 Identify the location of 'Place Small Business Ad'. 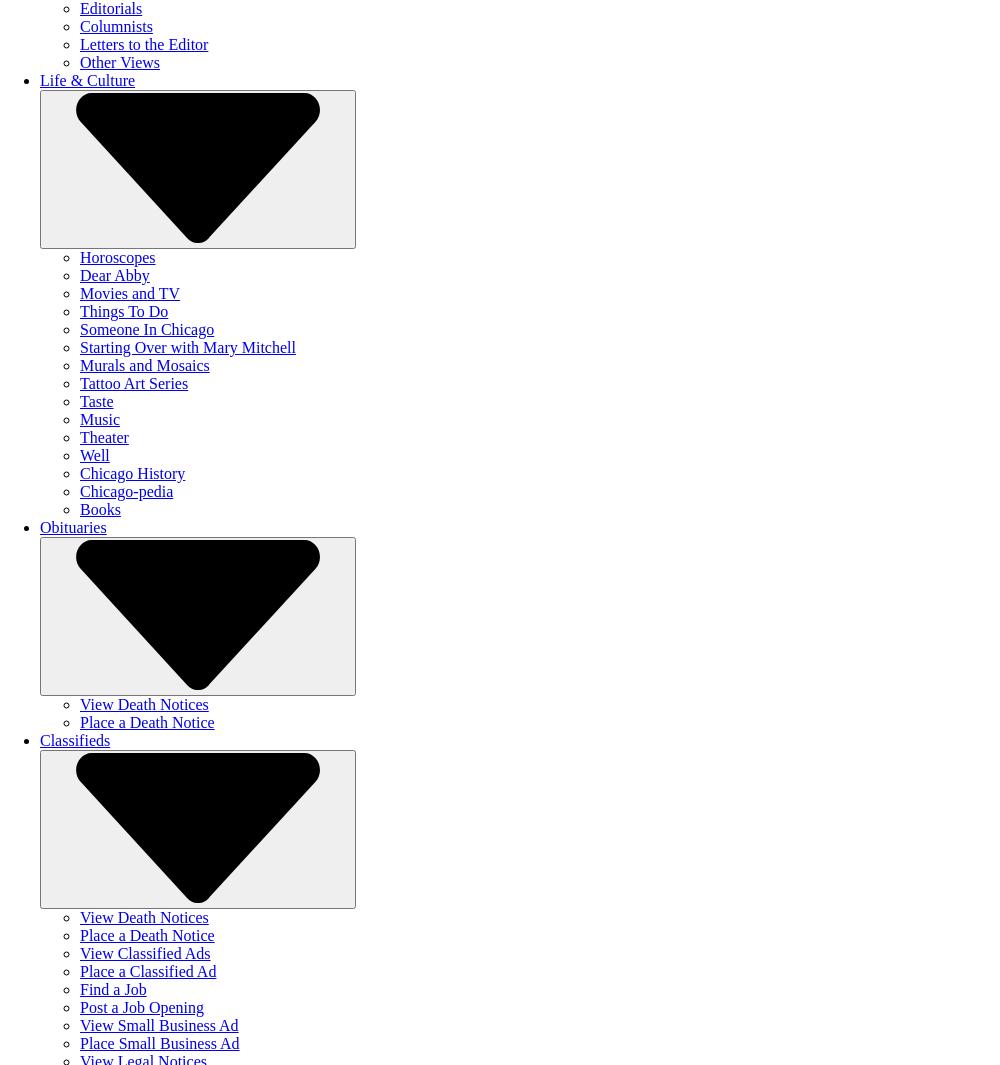
(79, 1043).